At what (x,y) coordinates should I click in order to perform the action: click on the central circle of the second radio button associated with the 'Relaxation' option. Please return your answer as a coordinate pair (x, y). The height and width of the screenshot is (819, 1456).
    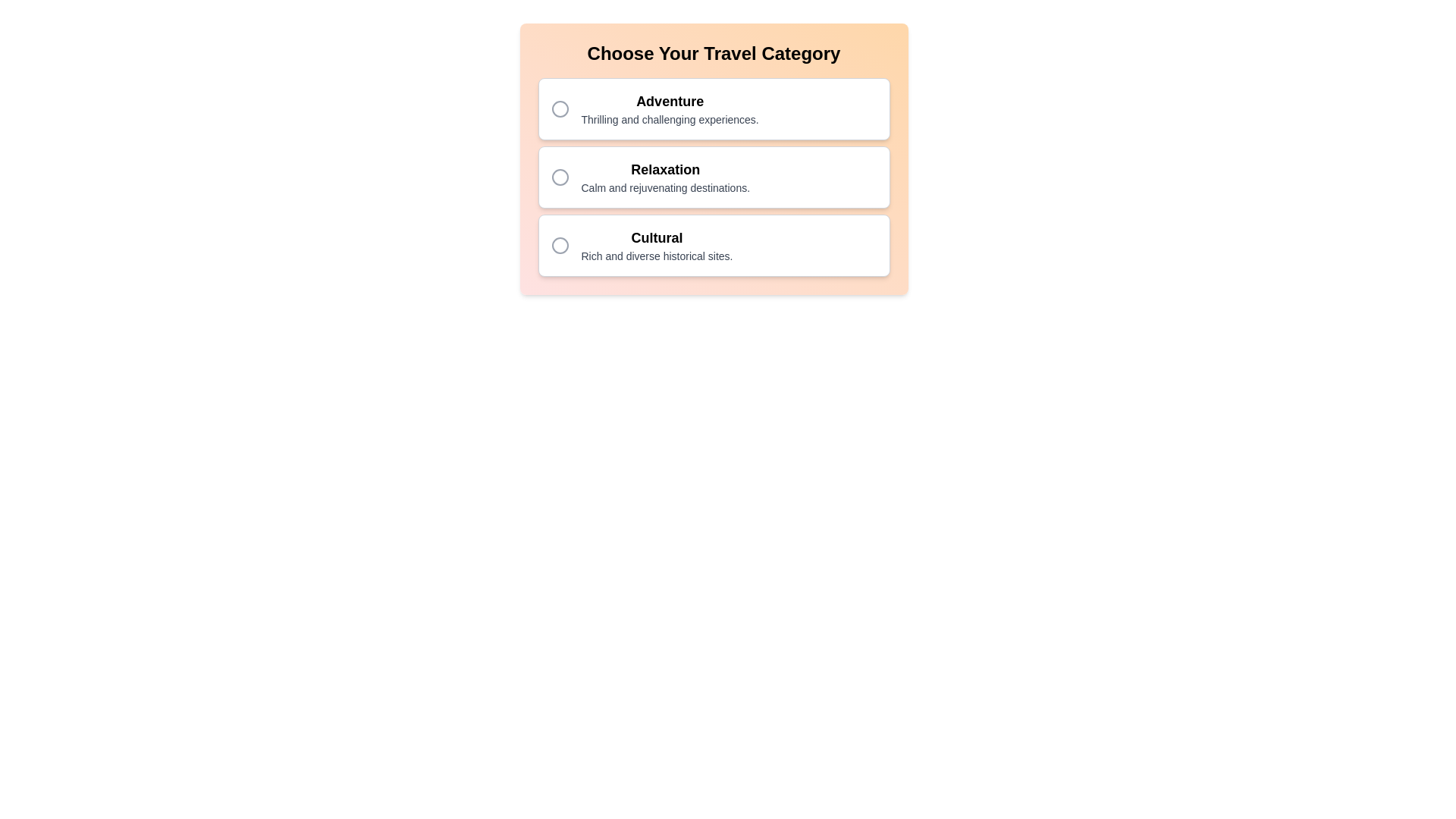
    Looking at the image, I should click on (559, 177).